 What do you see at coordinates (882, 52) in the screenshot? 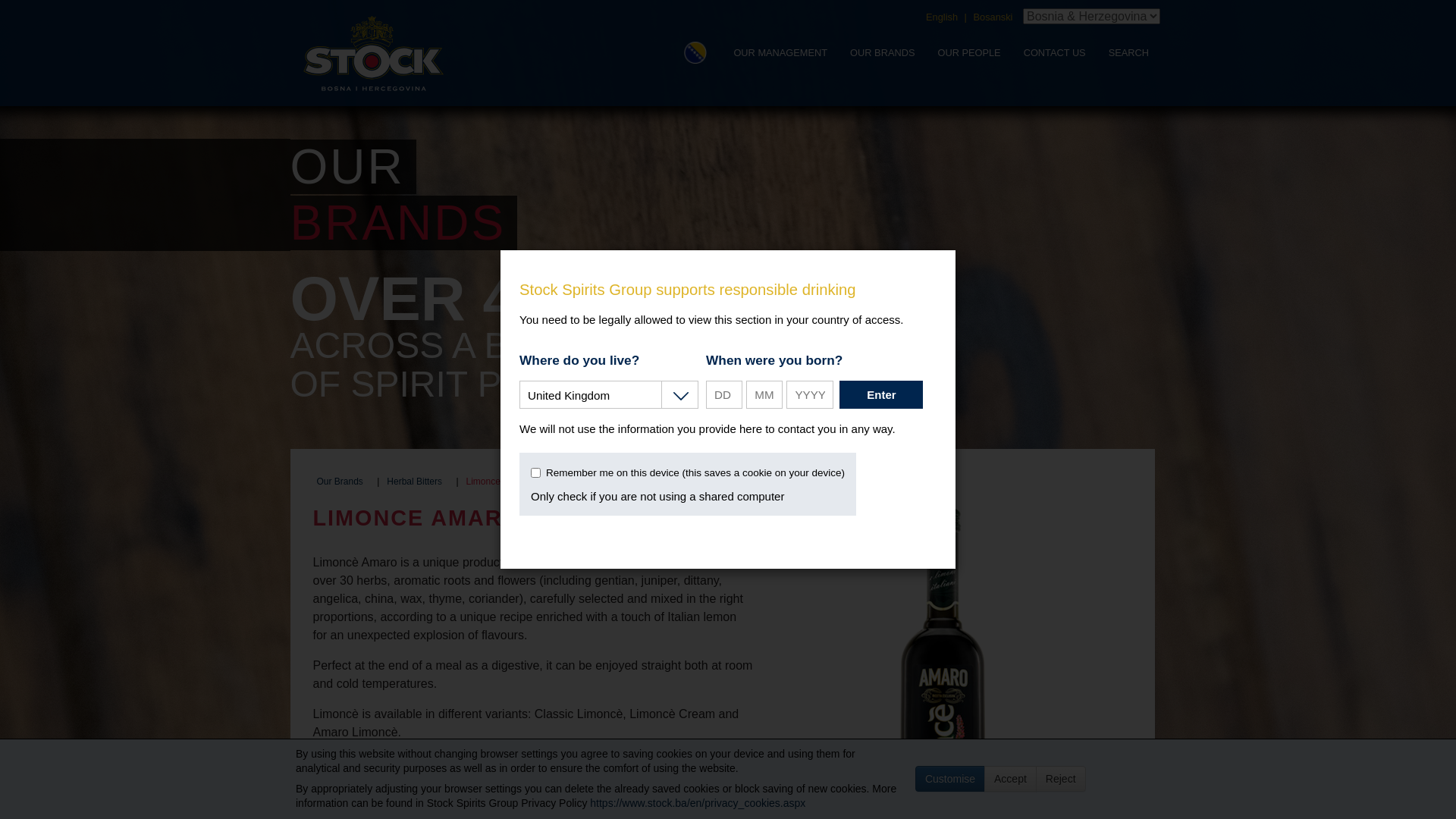
I see `'OUR BRANDS'` at bounding box center [882, 52].